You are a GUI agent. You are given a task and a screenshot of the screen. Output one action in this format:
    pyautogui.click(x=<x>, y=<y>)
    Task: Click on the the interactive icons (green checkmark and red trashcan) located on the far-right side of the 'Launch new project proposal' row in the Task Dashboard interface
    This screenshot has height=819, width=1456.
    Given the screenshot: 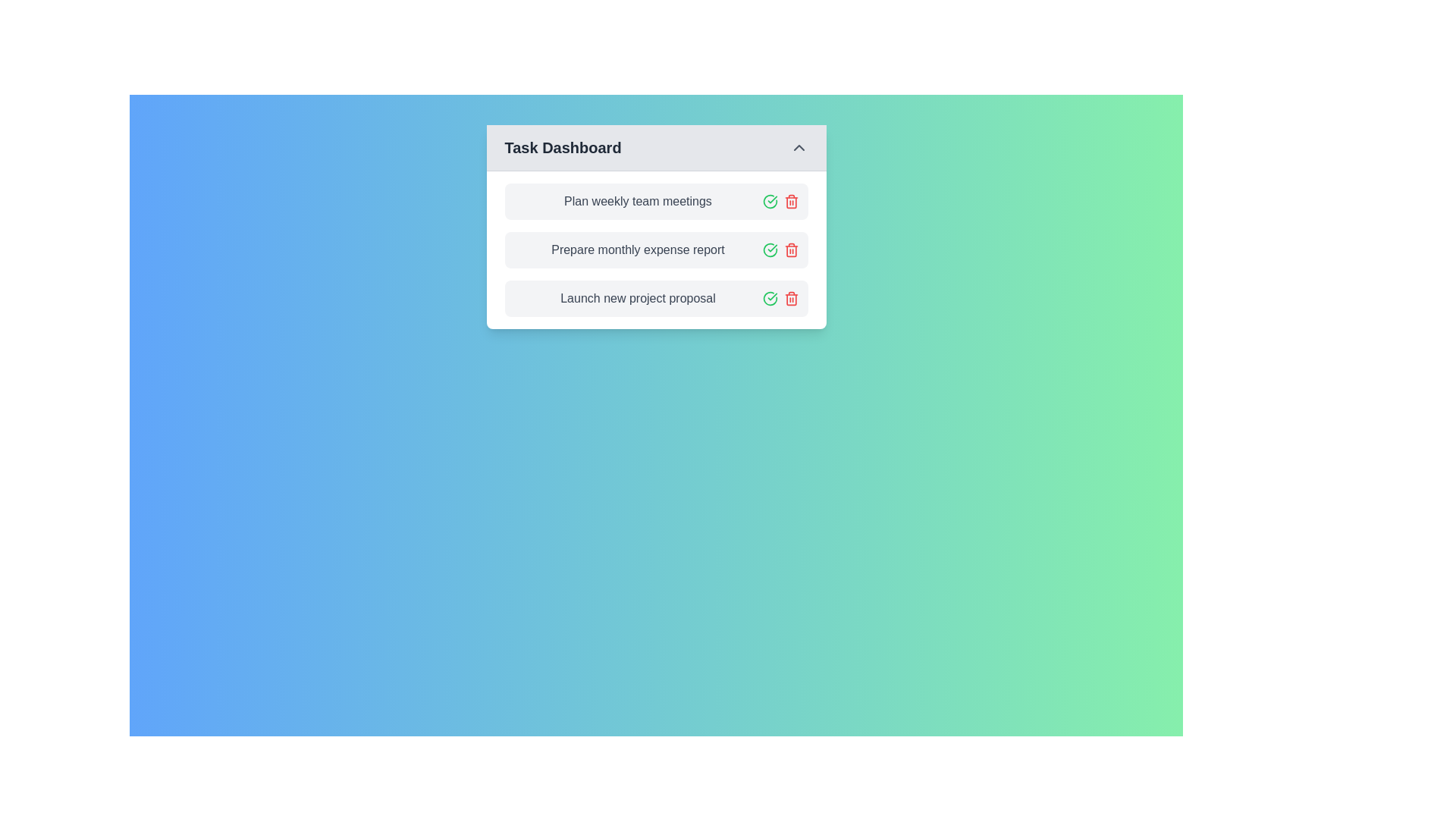 What is the action you would take?
    pyautogui.click(x=780, y=298)
    